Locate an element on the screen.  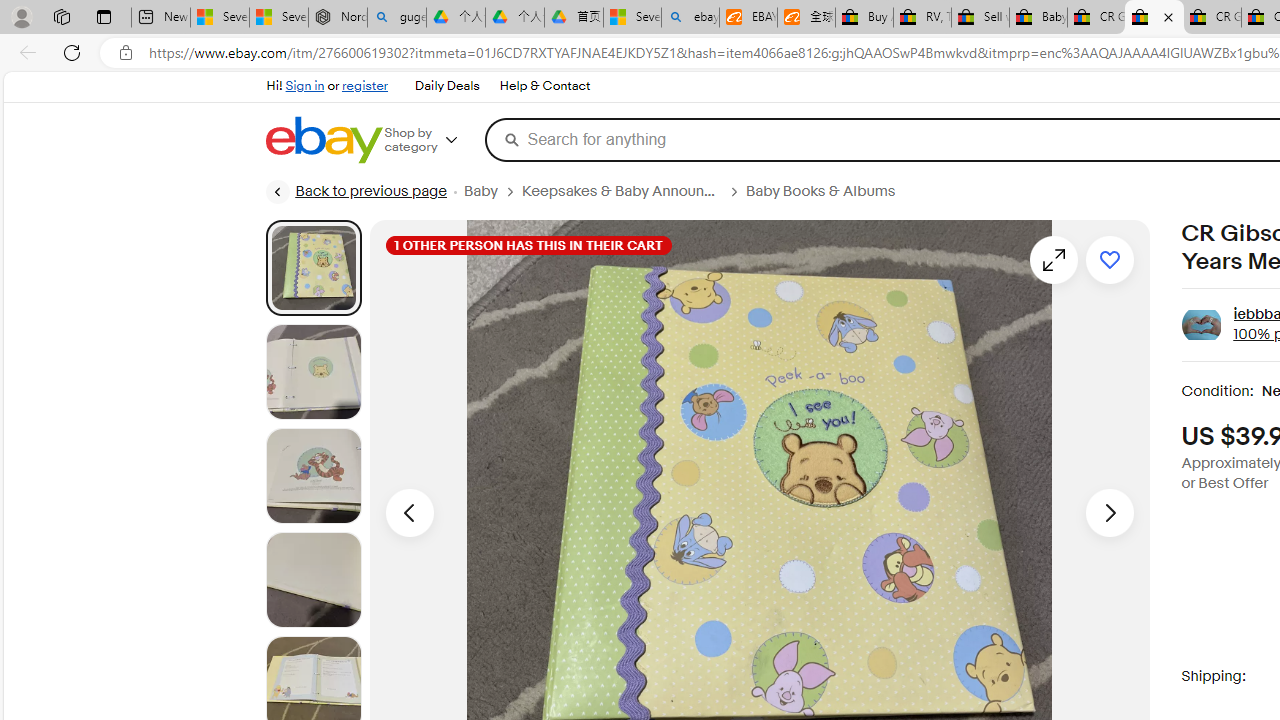
'Picture 1 of 22' is located at coordinates (312, 267).